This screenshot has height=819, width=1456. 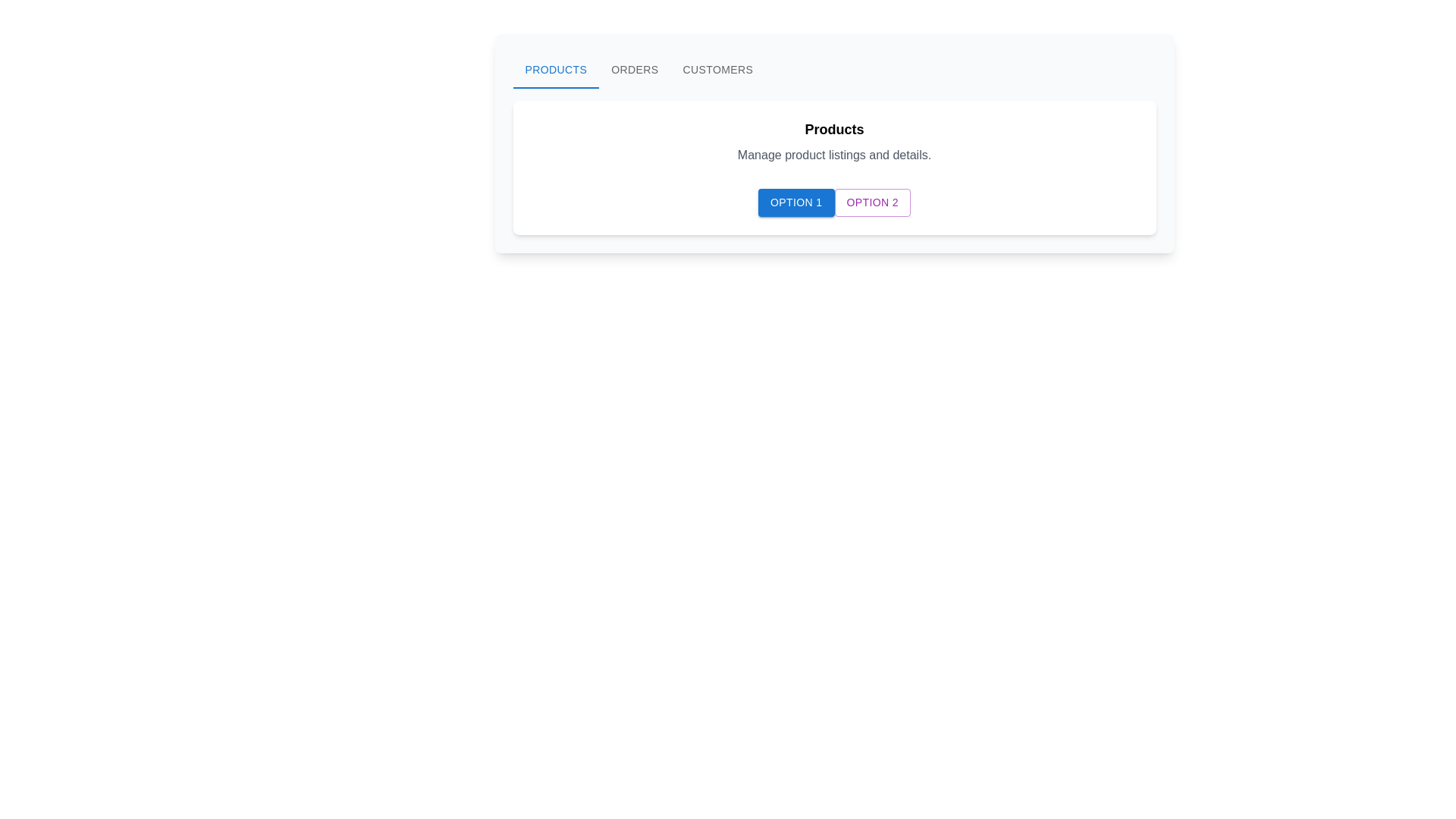 What do you see at coordinates (872, 202) in the screenshot?
I see `the button labeled 'Option 2', which has a rectangular shape, an outlined border, a light-colored background, and bold purple text, located in the central lower section of a card layout` at bounding box center [872, 202].